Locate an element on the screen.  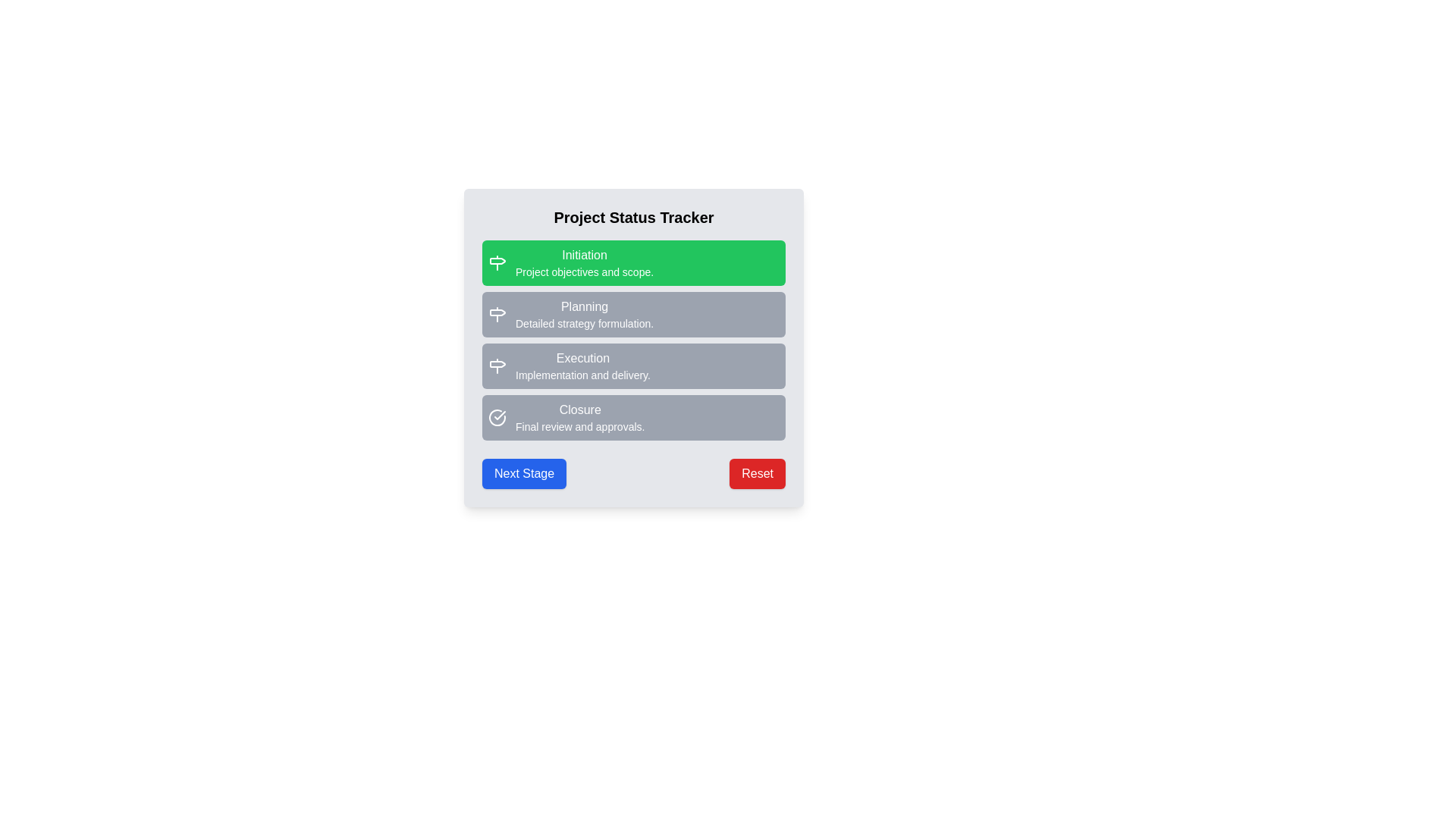
the text label indicating the 'Closure' stage of the project tracker is located at coordinates (579, 409).